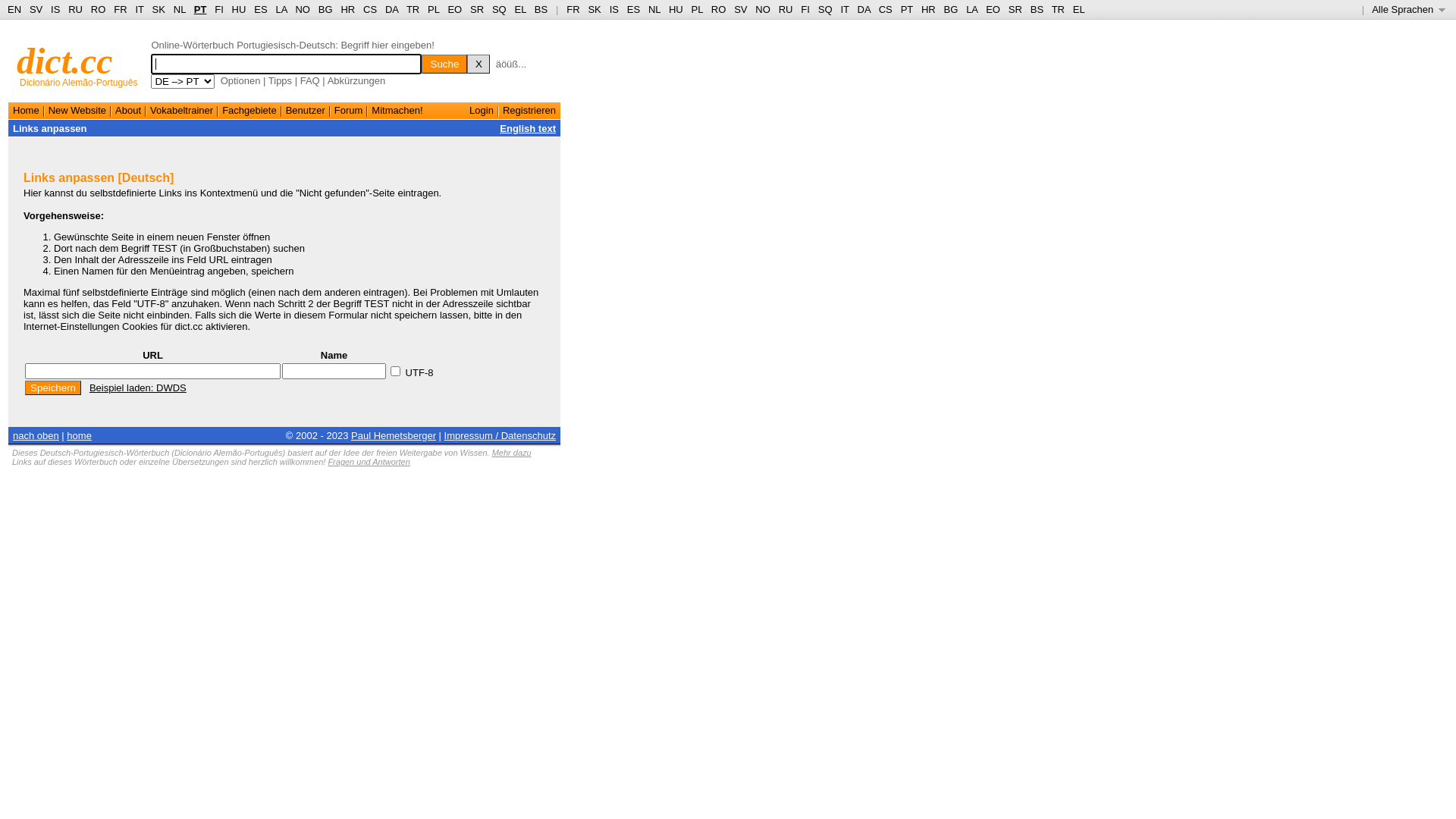  Describe the element at coordinates (500, 435) in the screenshot. I see `'Impressum / Datenschutz'` at that location.